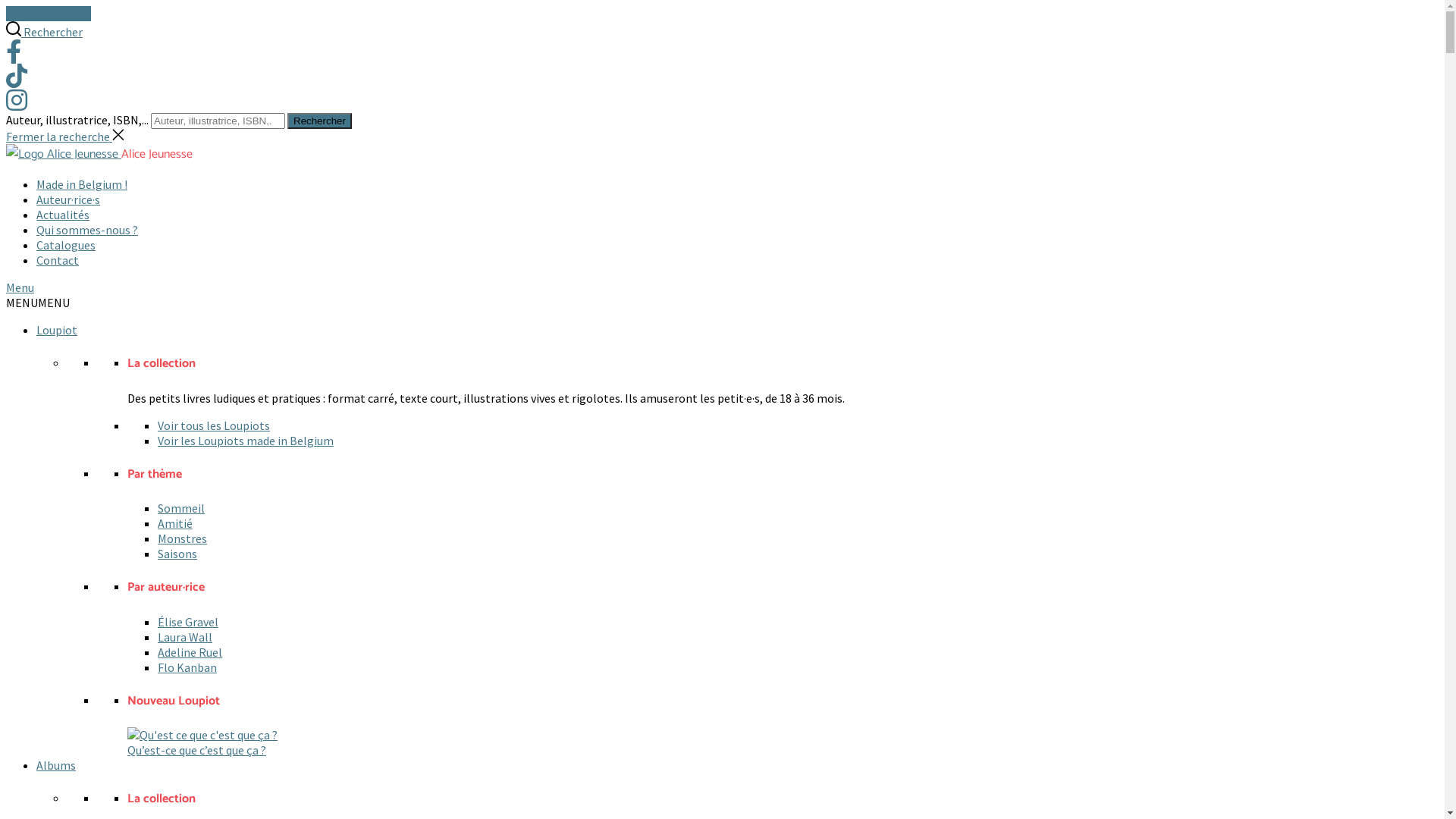 The height and width of the screenshot is (819, 1456). What do you see at coordinates (189, 651) in the screenshot?
I see `'Adeline Ruel'` at bounding box center [189, 651].